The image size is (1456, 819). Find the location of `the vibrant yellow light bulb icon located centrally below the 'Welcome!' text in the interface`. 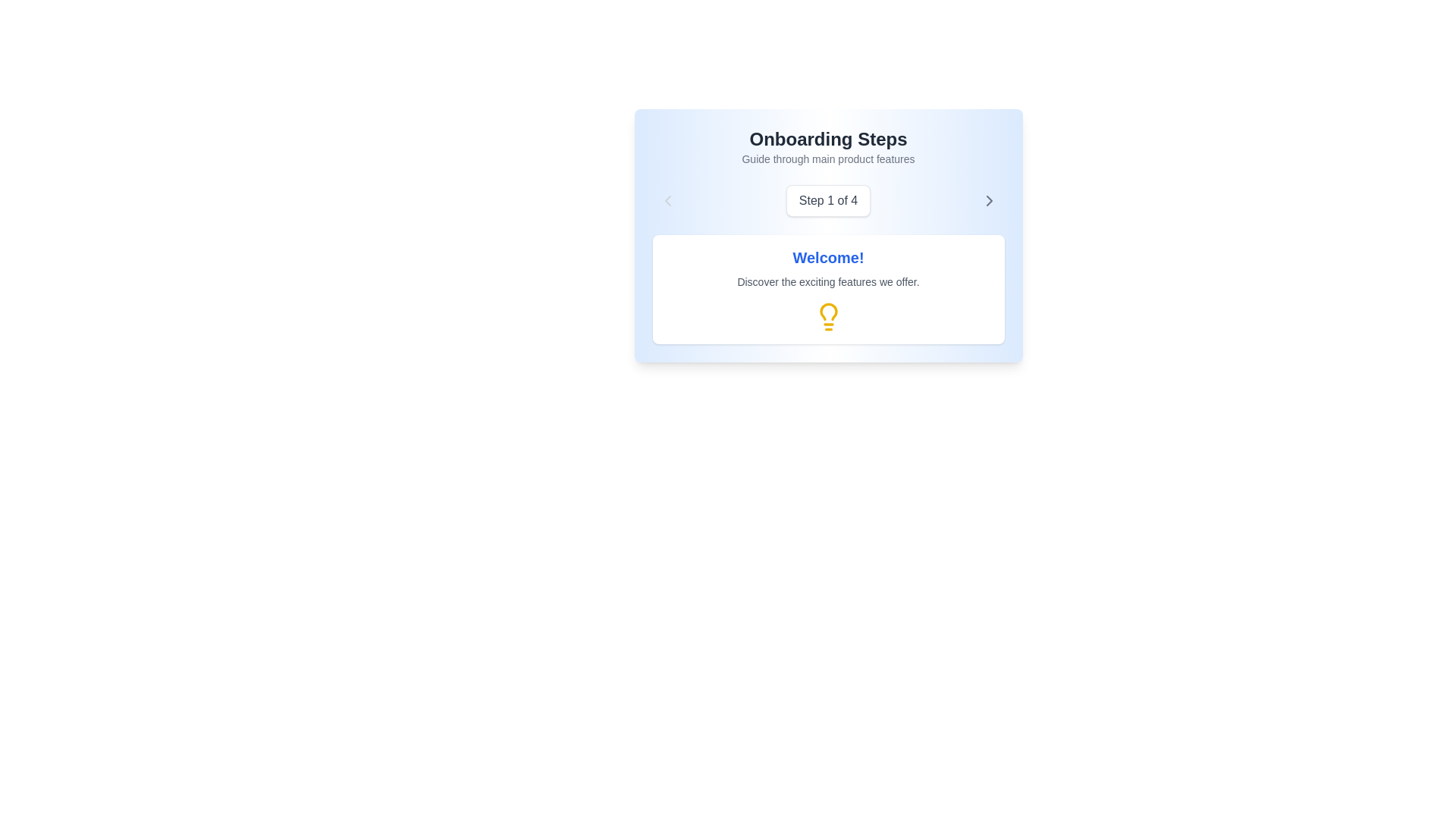

the vibrant yellow light bulb icon located centrally below the 'Welcome!' text in the interface is located at coordinates (827, 315).